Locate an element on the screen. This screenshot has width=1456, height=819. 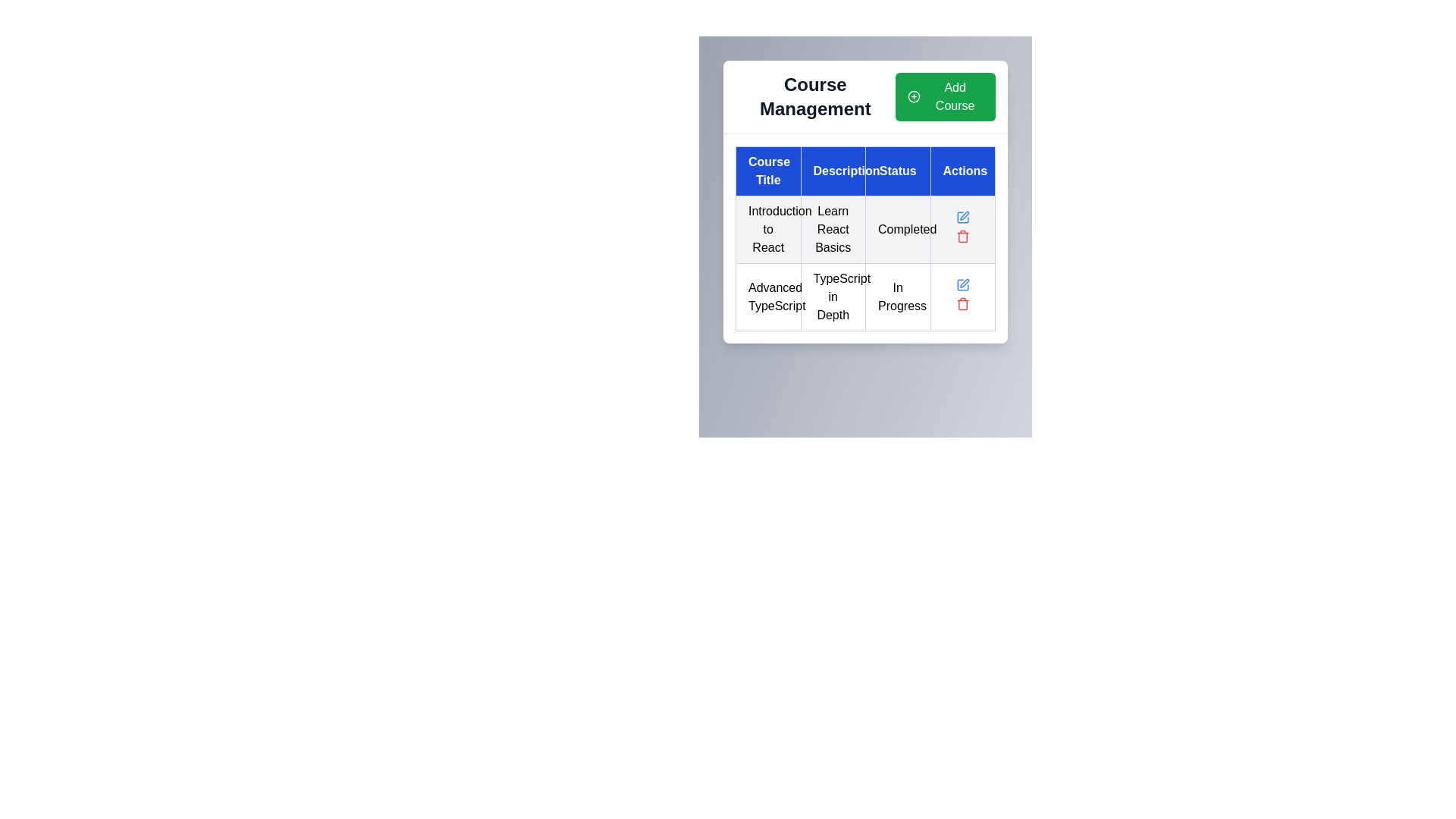
static text label displaying 'Completed' located in the 'Status' column under the 'Introduction to React' course row is located at coordinates (898, 230).